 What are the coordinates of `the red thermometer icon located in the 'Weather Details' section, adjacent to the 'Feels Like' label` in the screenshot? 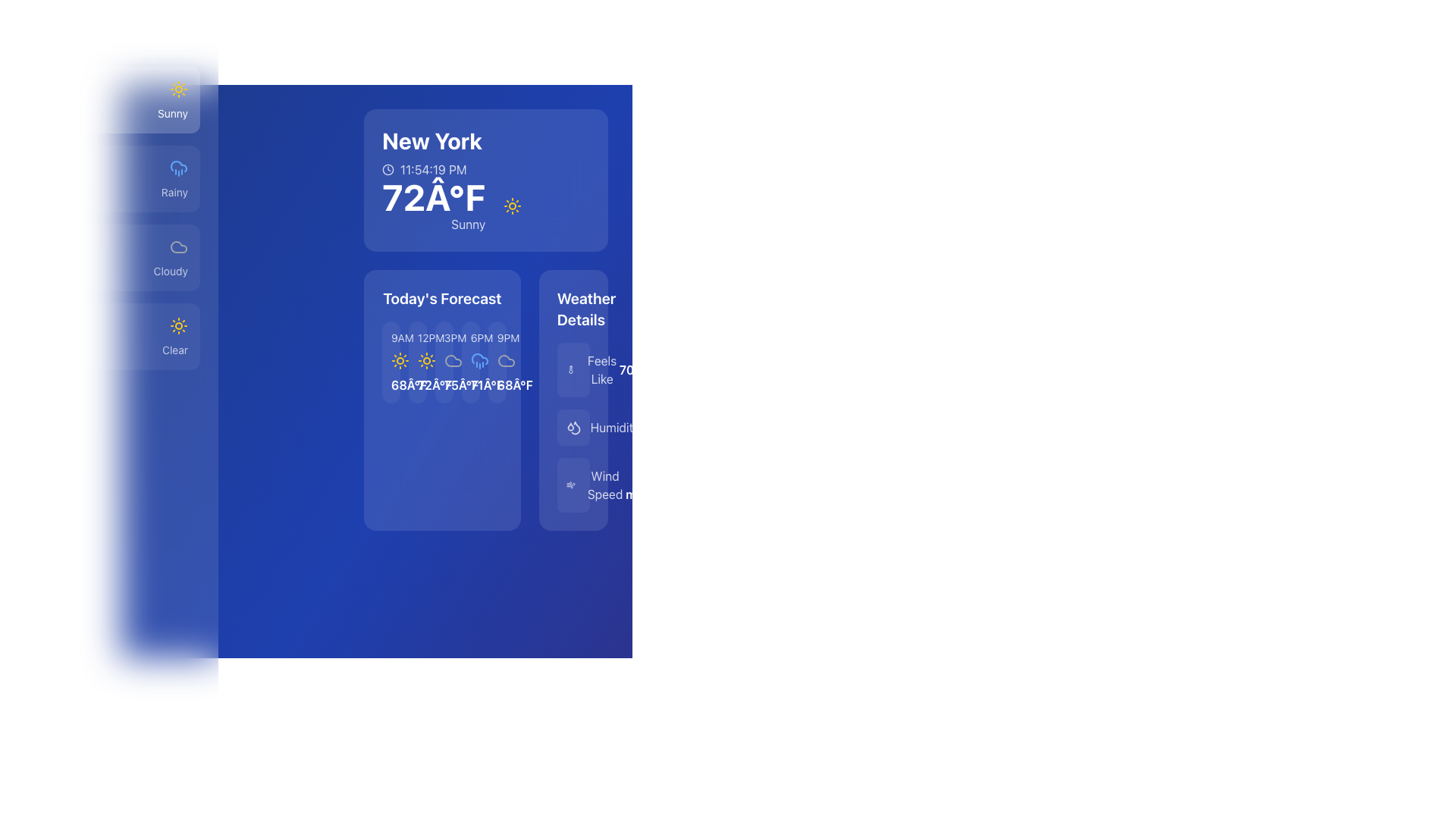 It's located at (570, 370).